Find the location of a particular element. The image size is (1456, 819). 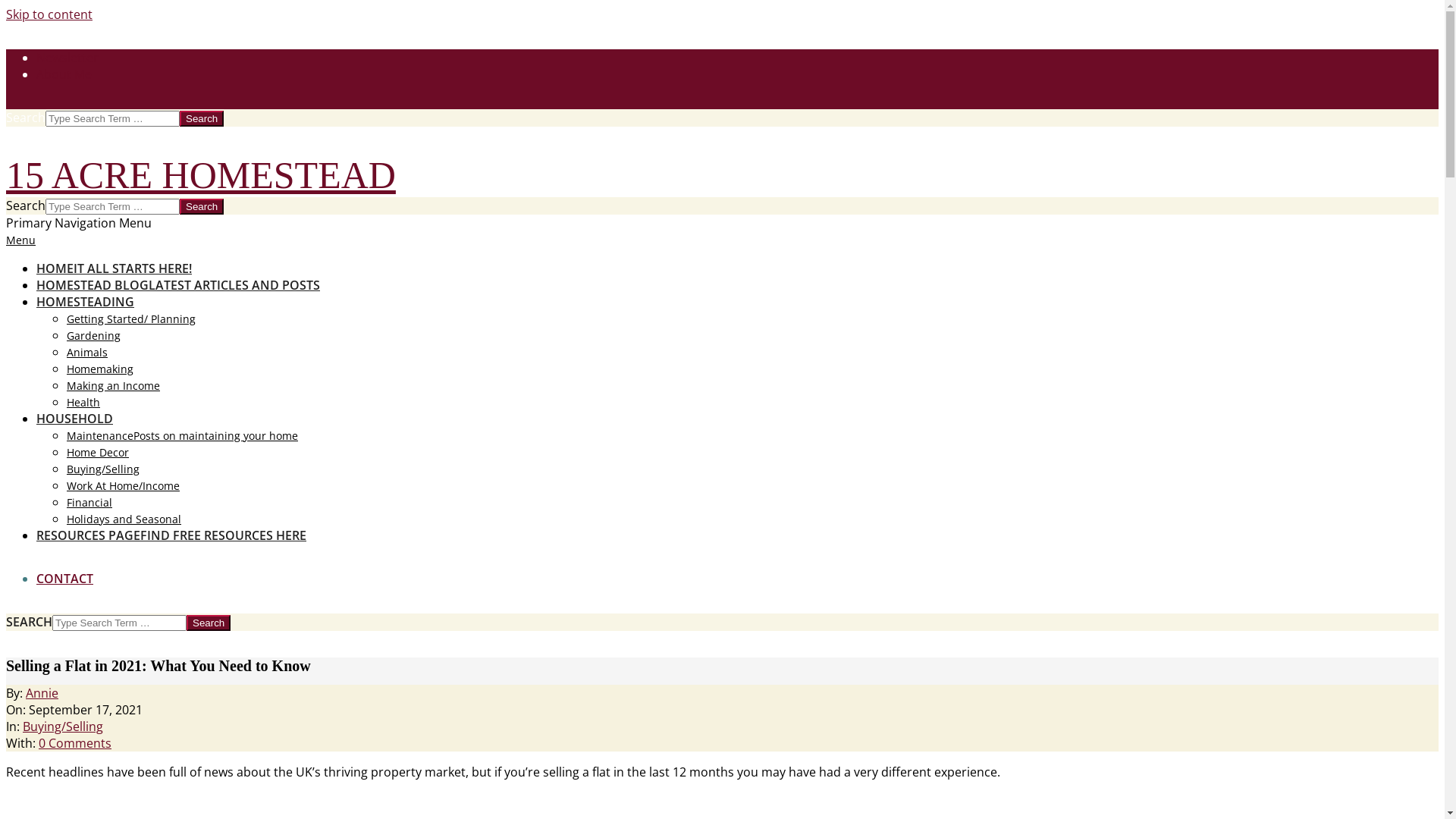

'Health' is located at coordinates (83, 401).